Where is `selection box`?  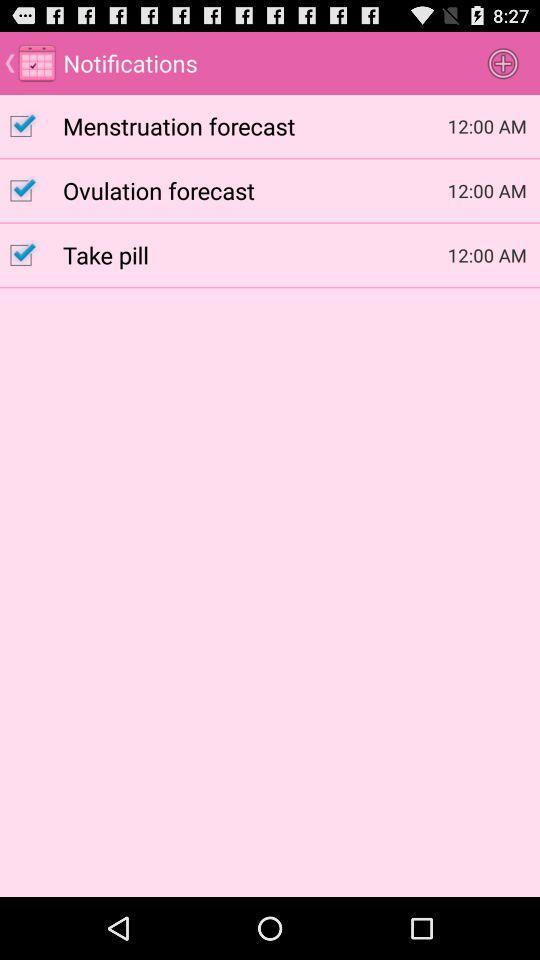
selection box is located at coordinates (30, 190).